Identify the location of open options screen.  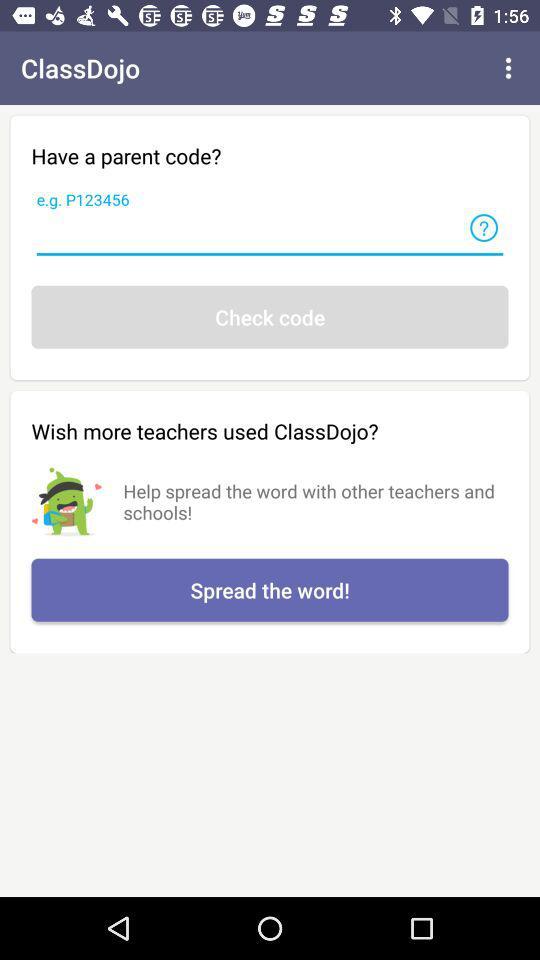
(508, 68).